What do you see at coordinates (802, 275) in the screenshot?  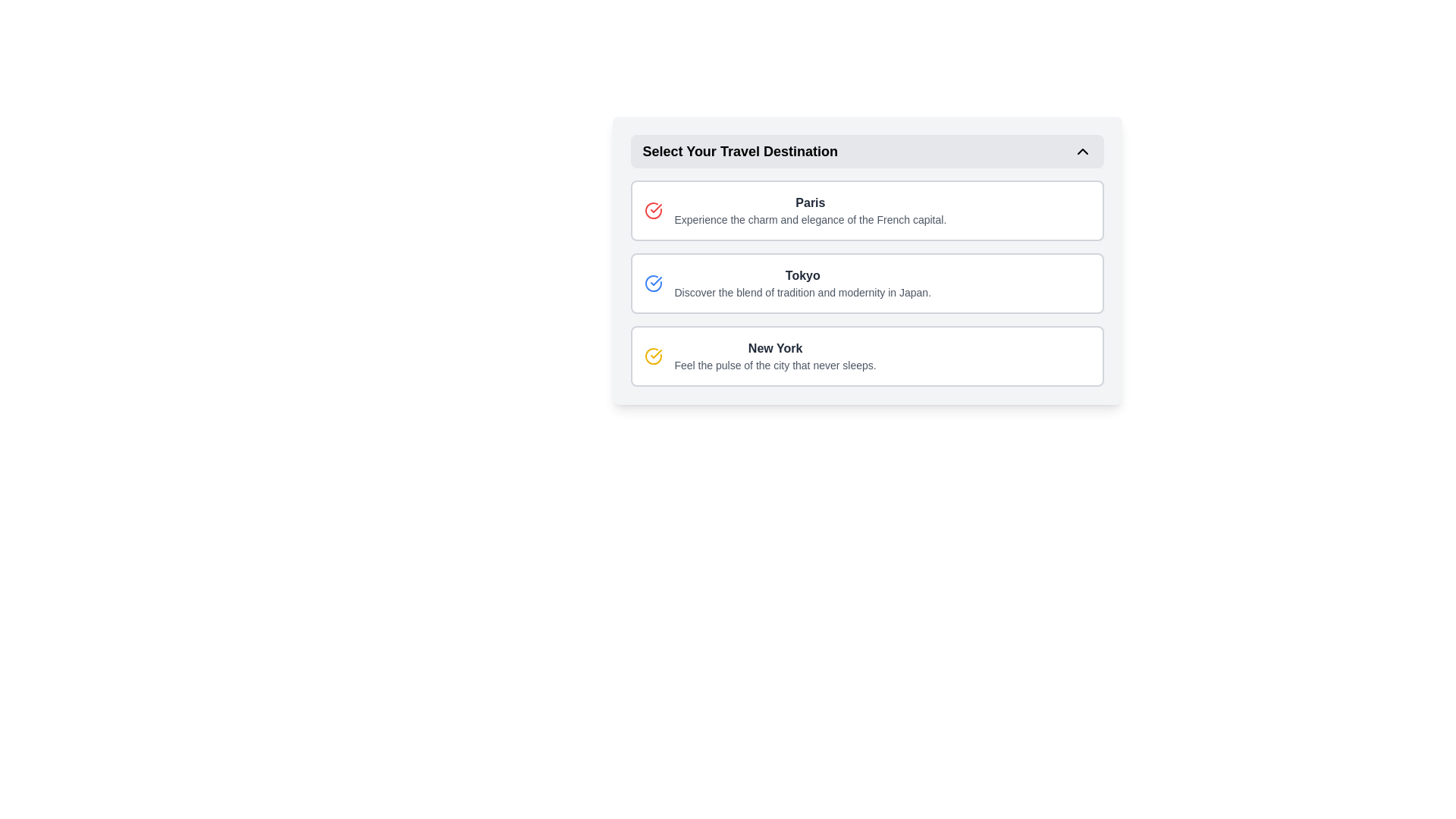 I see `text label for 'Tokyo', which serves as the title for the corresponding descriptive text in the travel destination selection interface` at bounding box center [802, 275].